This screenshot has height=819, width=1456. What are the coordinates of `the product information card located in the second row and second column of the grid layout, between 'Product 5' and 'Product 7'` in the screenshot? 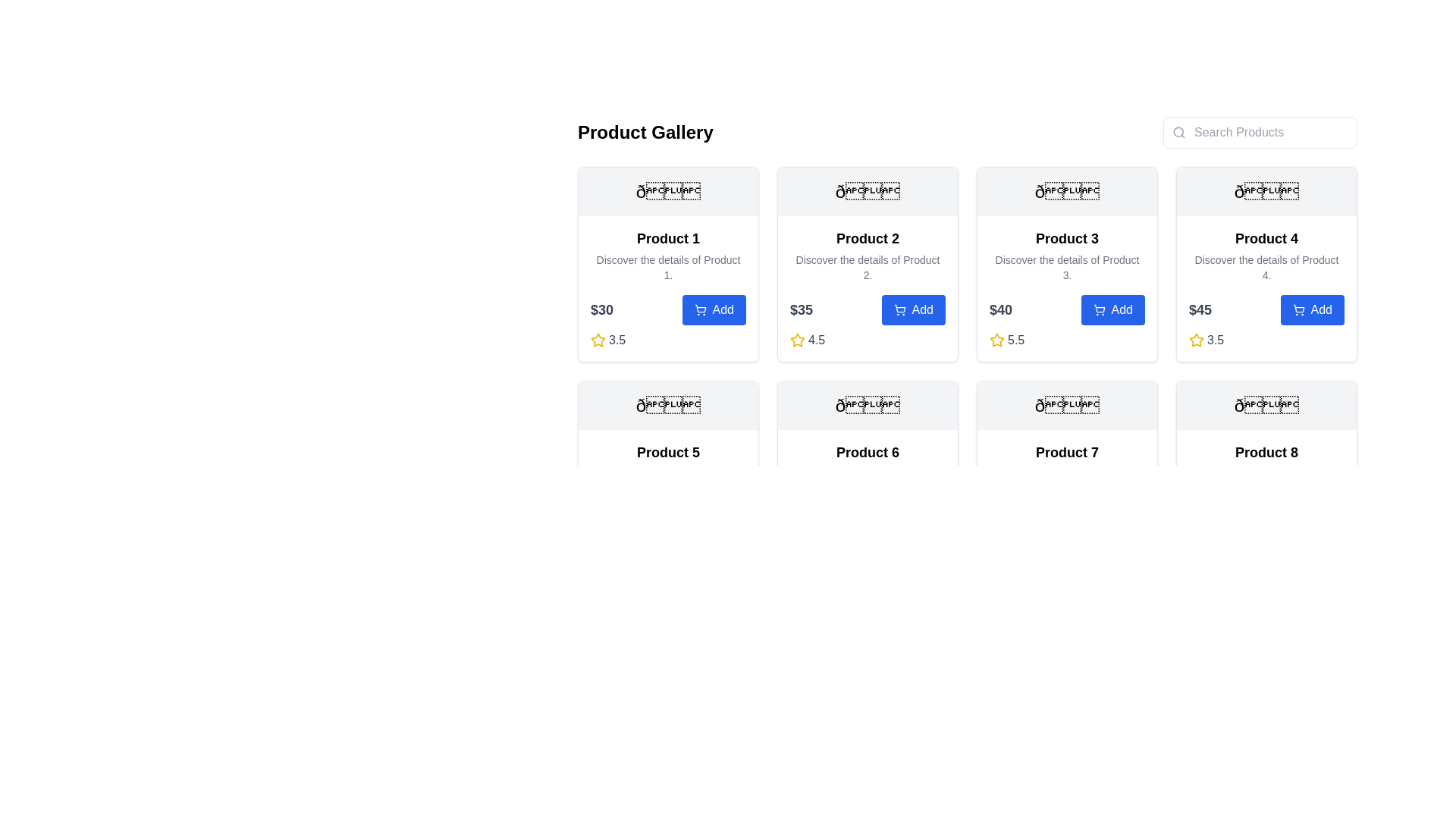 It's located at (868, 479).